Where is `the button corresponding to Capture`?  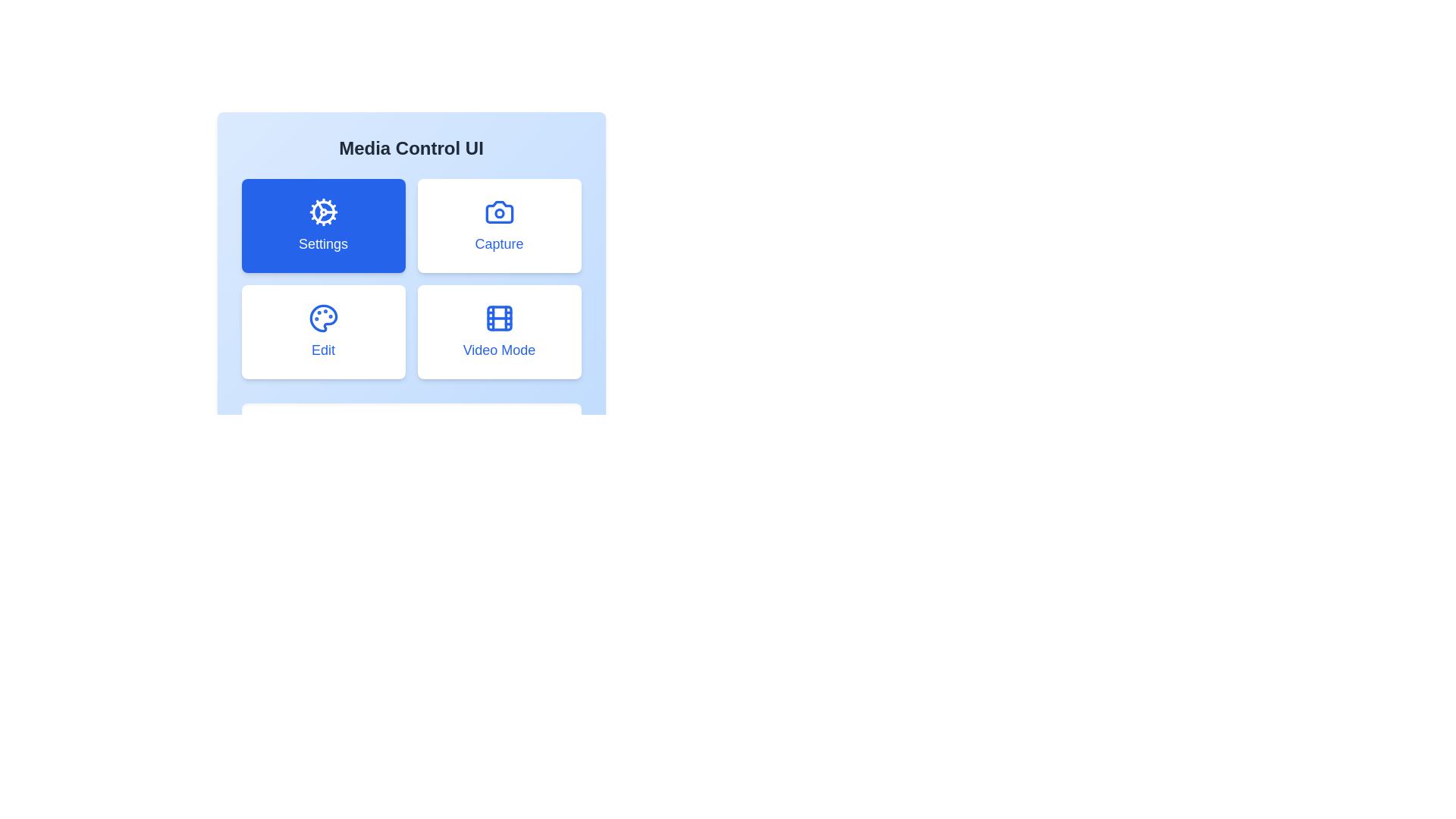
the button corresponding to Capture is located at coordinates (499, 225).